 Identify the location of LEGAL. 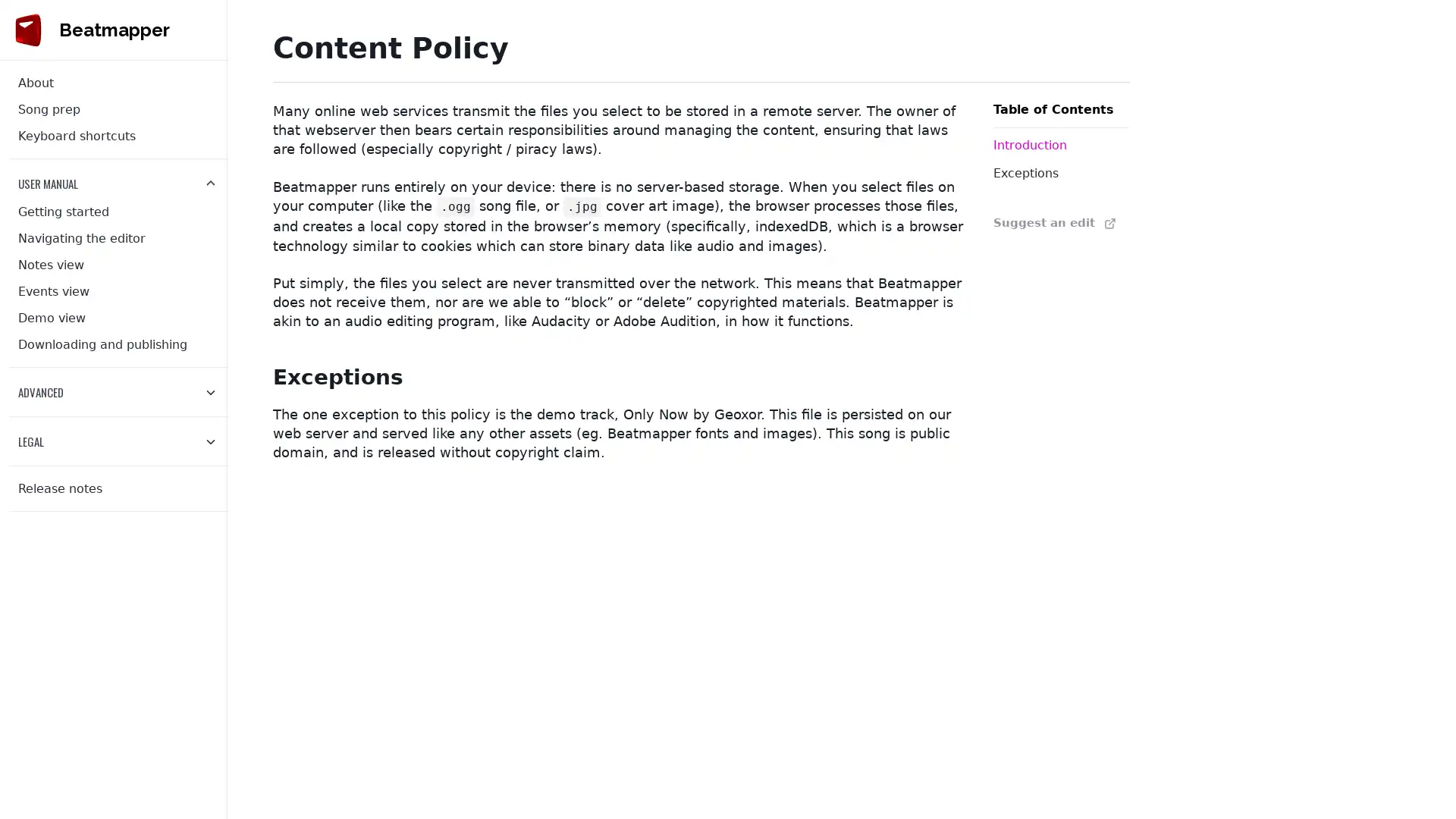
(117, 441).